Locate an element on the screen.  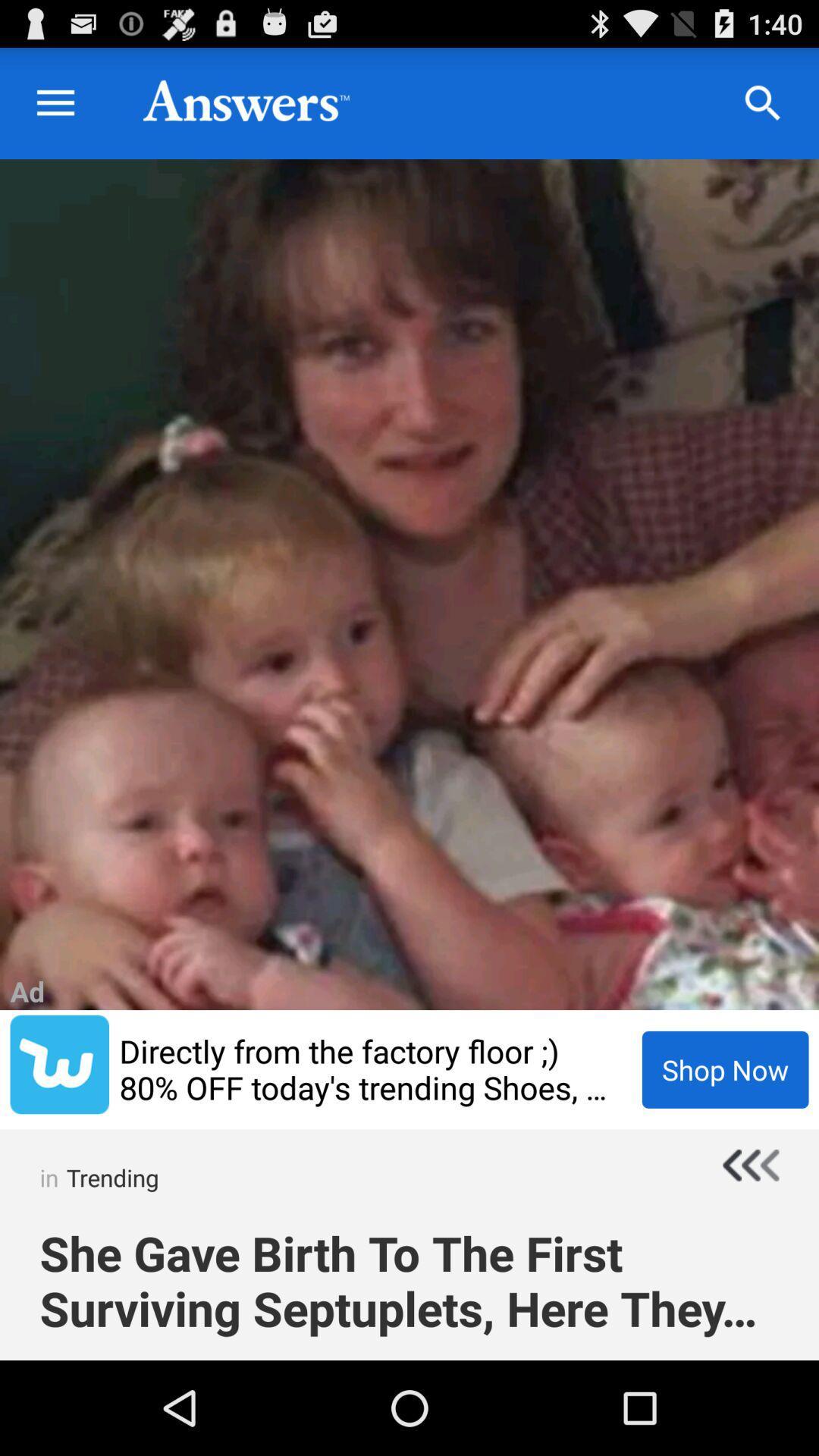
the menu icon is located at coordinates (55, 110).